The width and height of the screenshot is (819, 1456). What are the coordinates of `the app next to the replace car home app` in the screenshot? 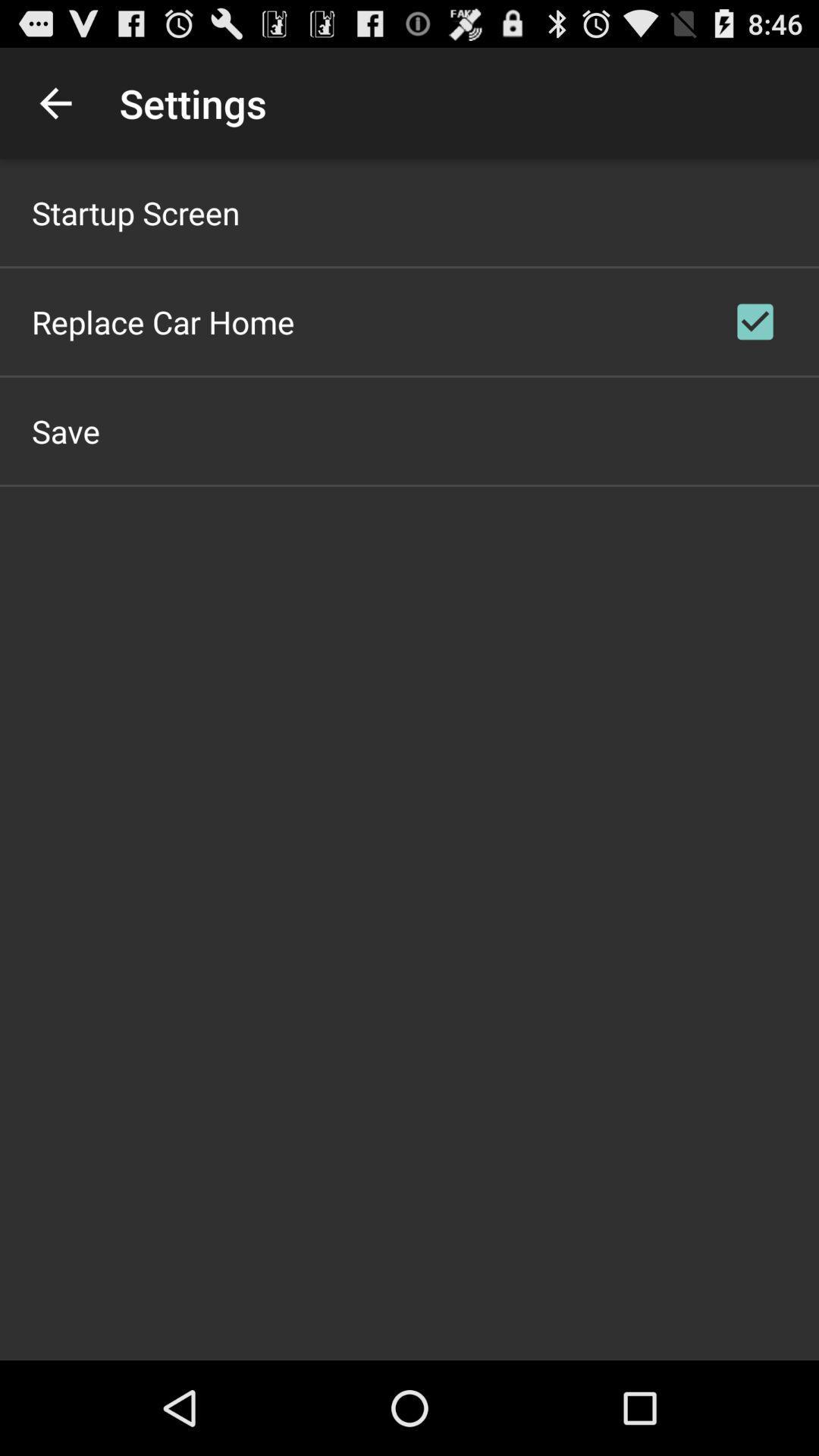 It's located at (755, 321).